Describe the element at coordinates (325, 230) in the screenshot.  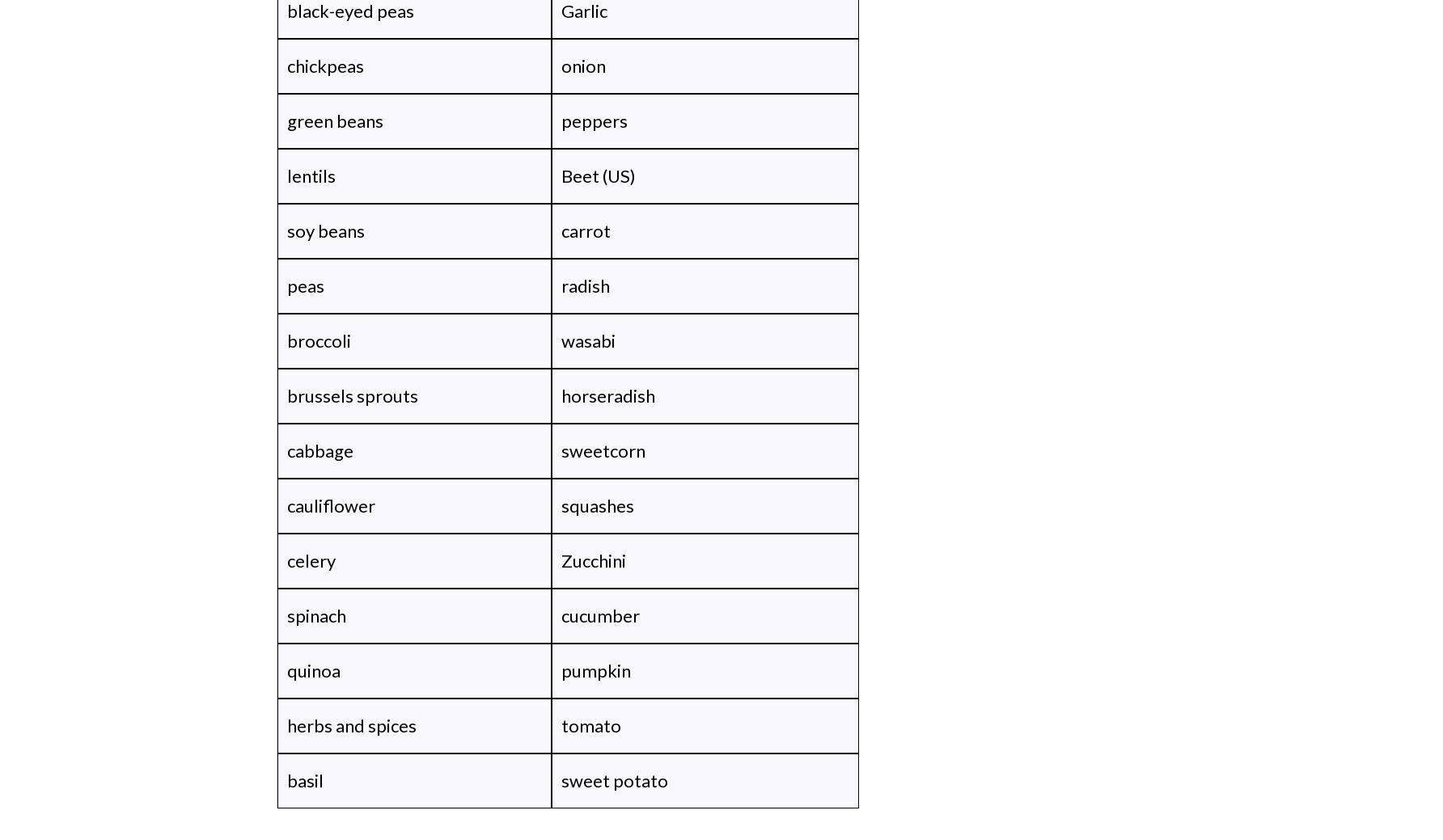
I see `'soy beans'` at that location.